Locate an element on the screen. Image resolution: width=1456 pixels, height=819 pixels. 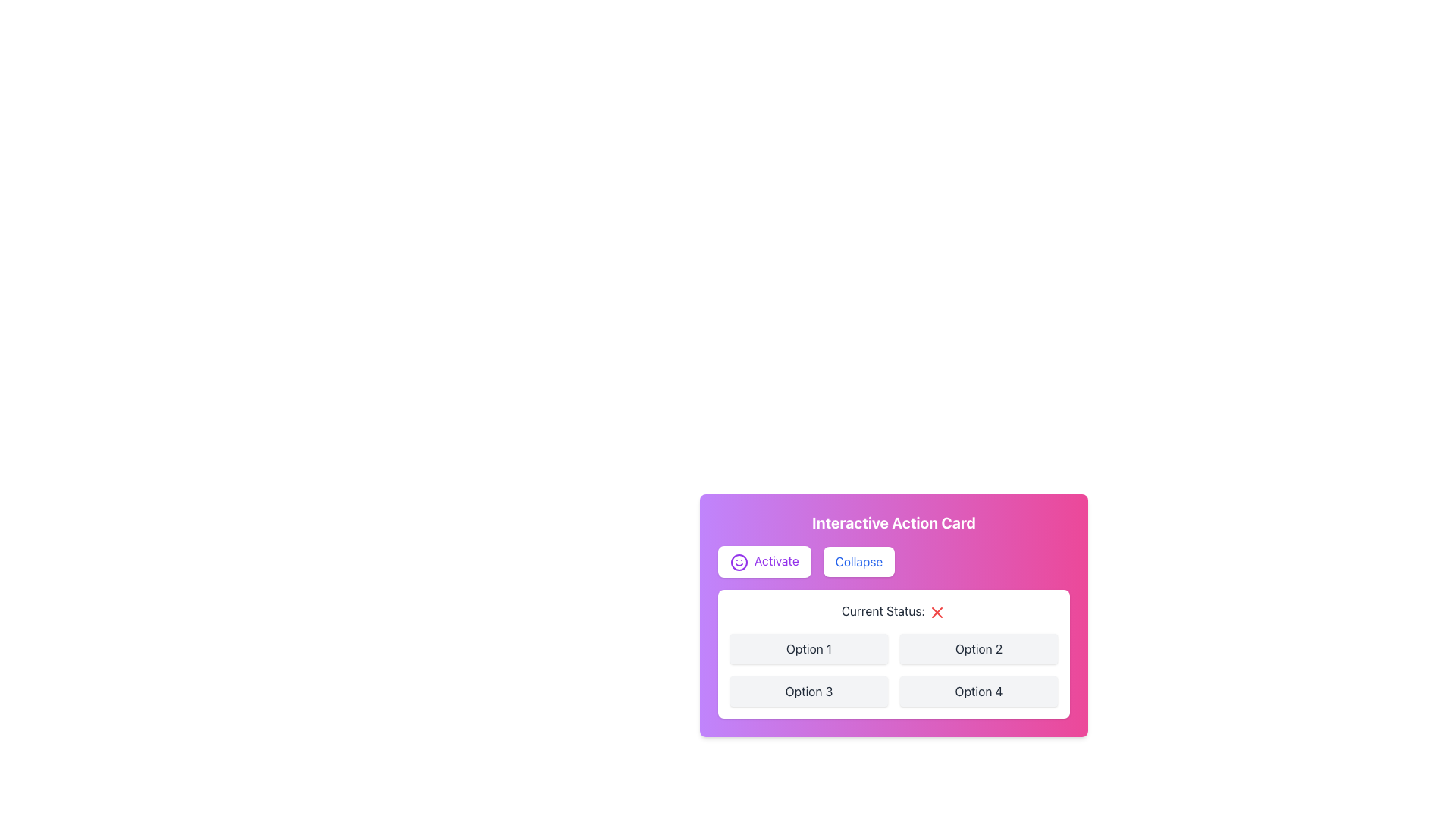
the 'Option 1' text element located in the first column of the first row of a 2x2 grid, directly below the 'Current Status' label is located at coordinates (808, 648).